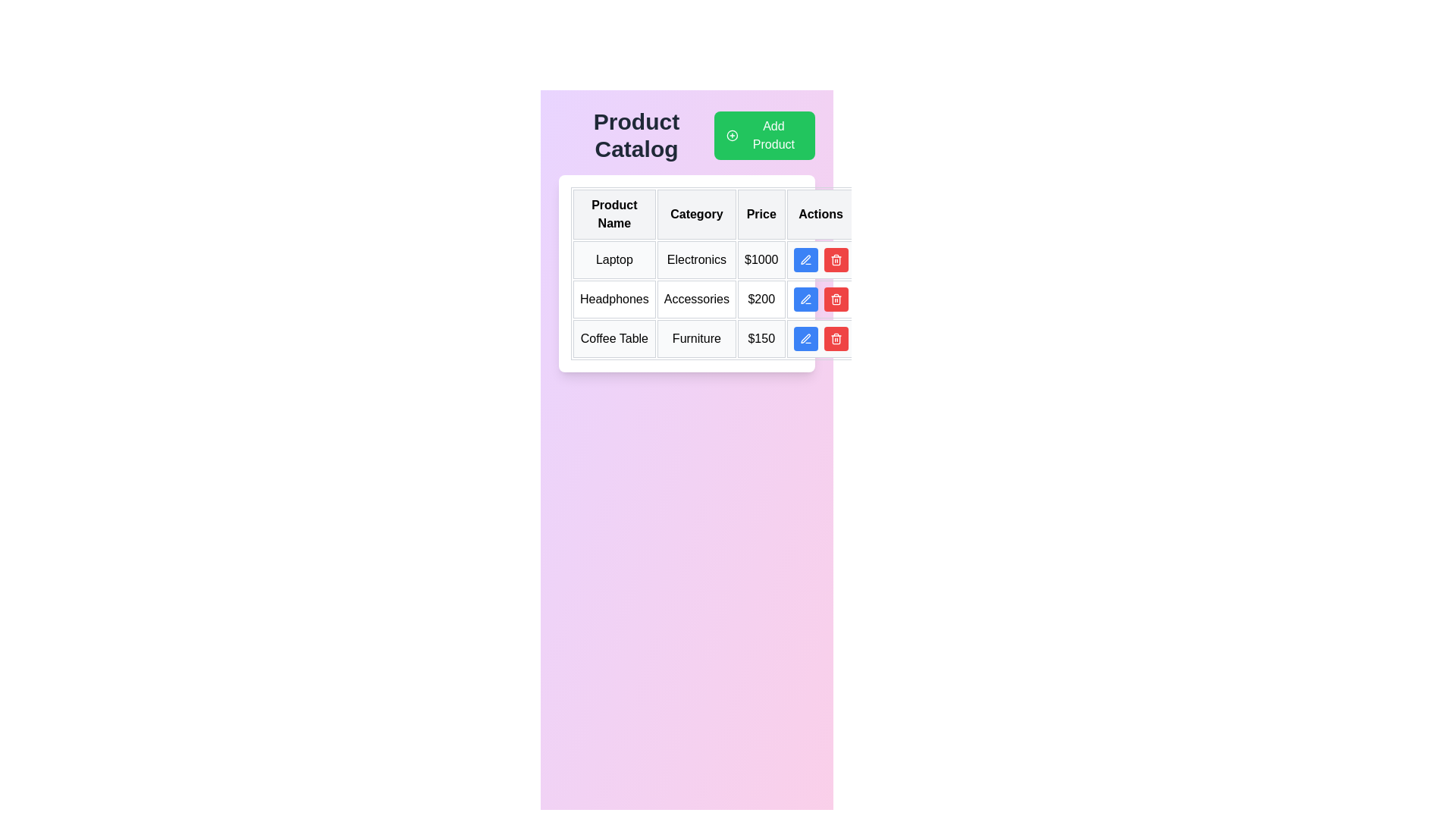 The image size is (1456, 819). I want to click on the edit button for the 'Headphones' entry in the 'Actions' column of the table's second row, so click(805, 299).